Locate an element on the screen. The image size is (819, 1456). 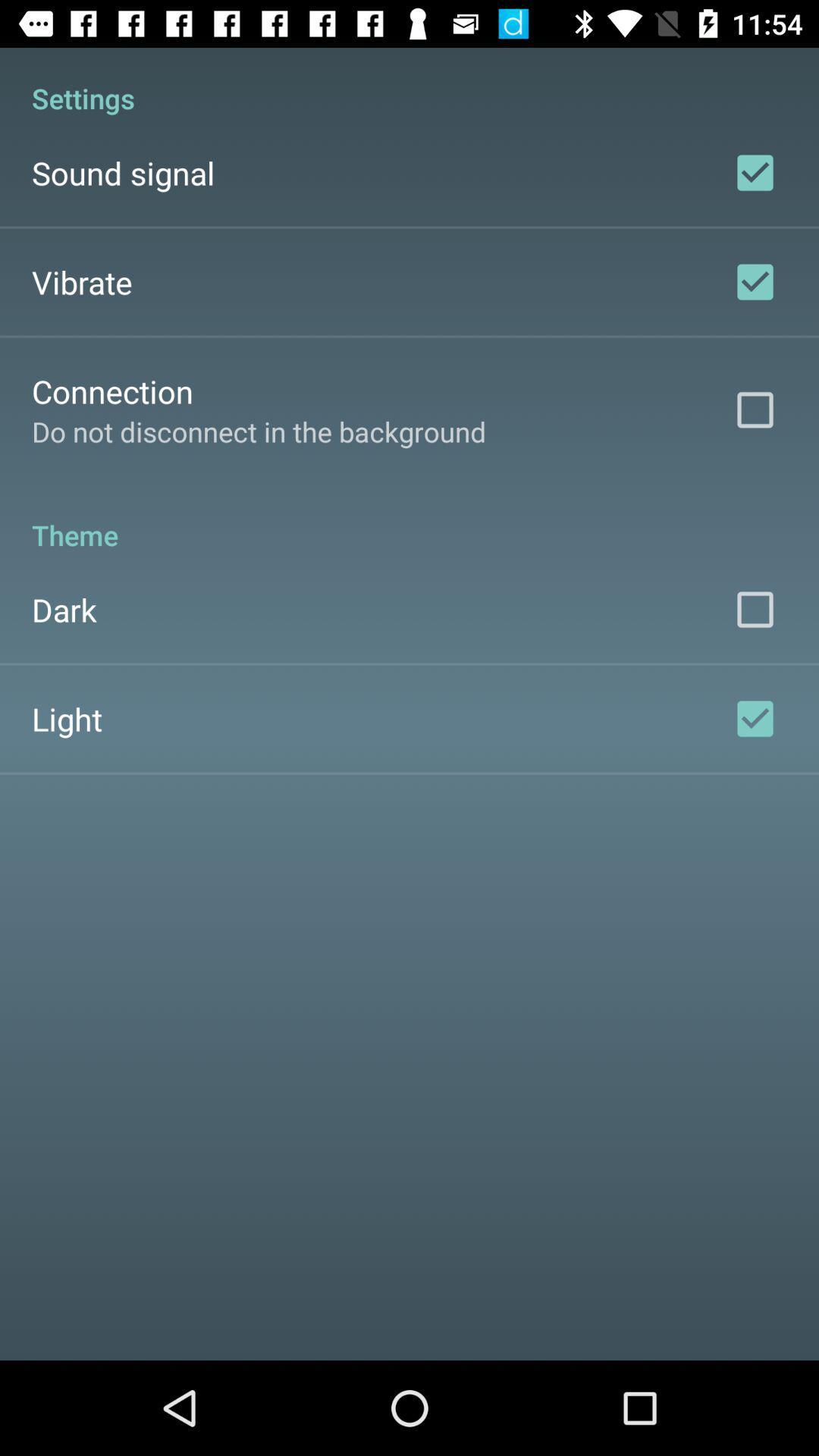
do not disconnect is located at coordinates (258, 431).